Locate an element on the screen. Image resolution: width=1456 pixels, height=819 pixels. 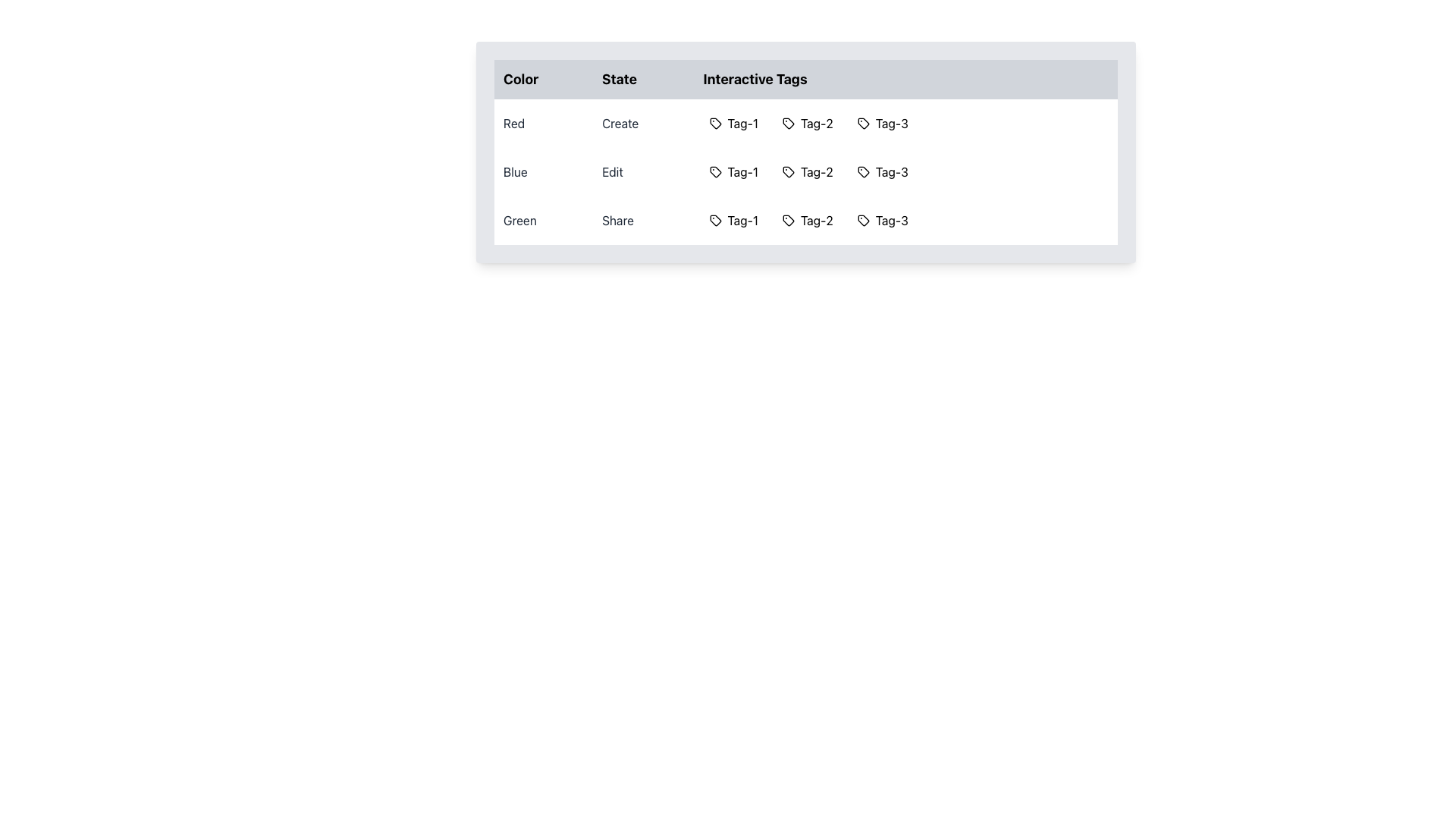
the interactive tag labeled 'Tag-2' in the 'Interactive Tags' column under the 'Color' row corresponding to 'Blue' is located at coordinates (789, 171).